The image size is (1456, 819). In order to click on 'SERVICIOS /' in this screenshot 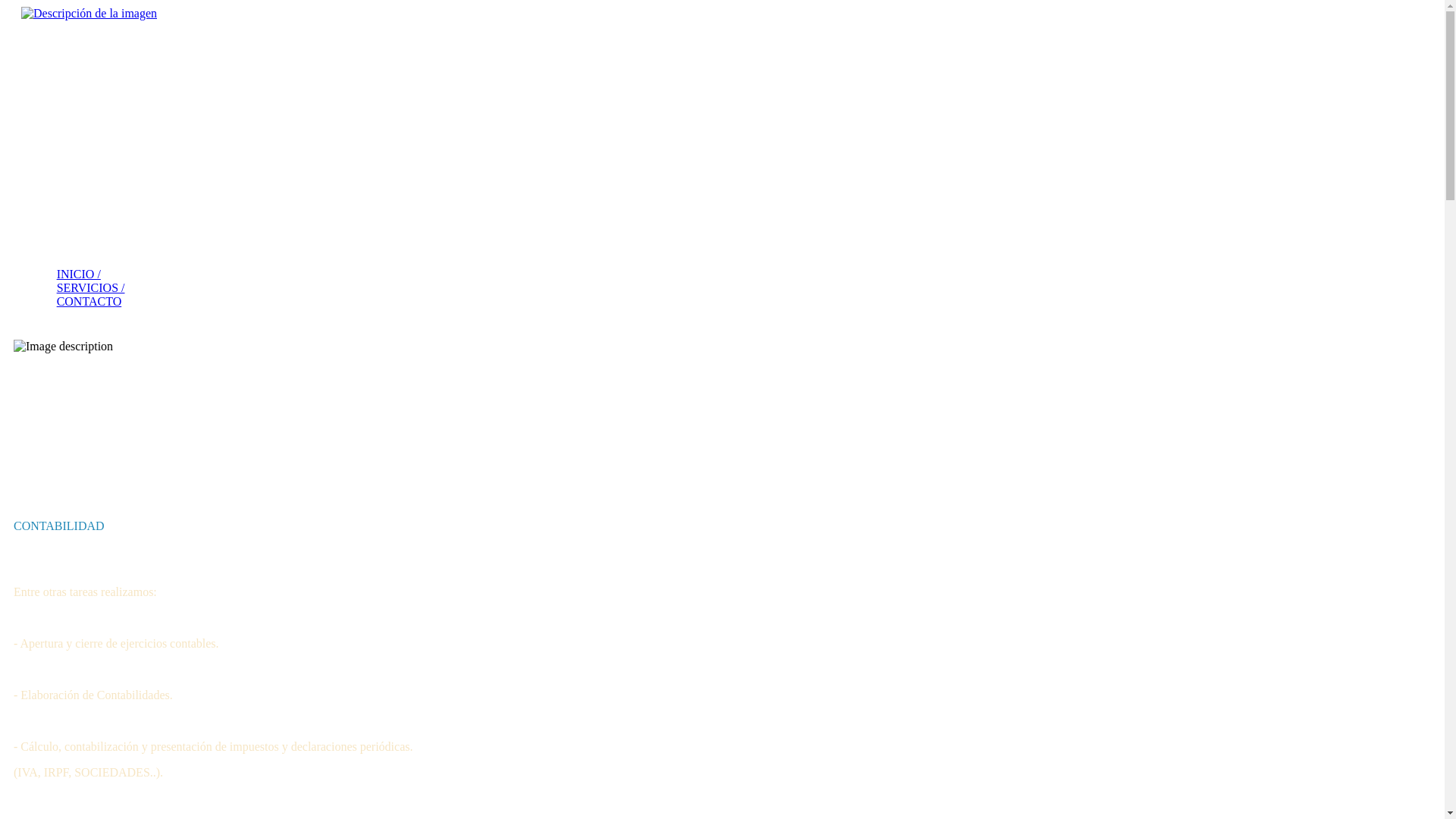, I will do `click(90, 287)`.